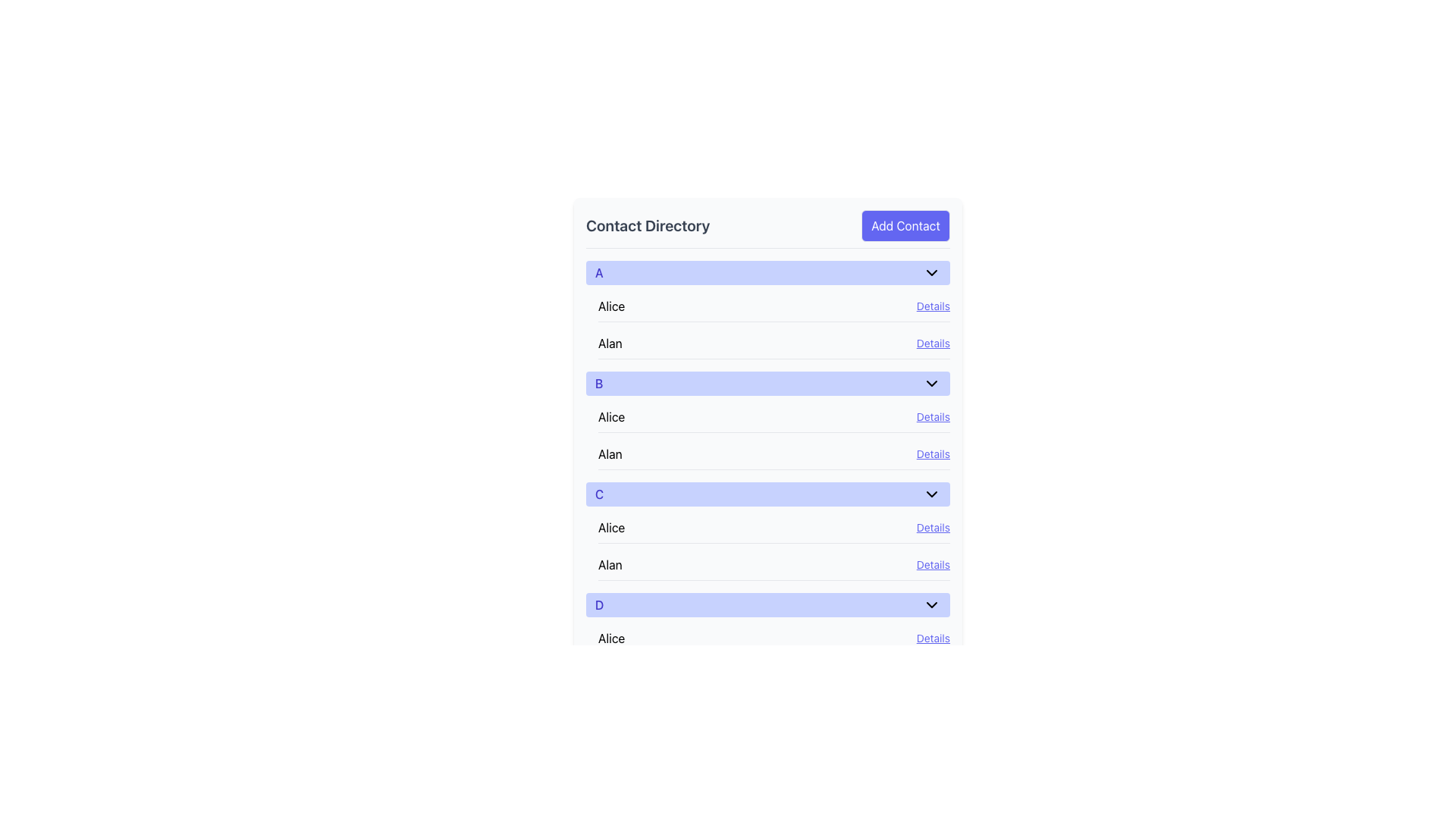 The height and width of the screenshot is (819, 1456). What do you see at coordinates (767, 642) in the screenshot?
I see `the 'Details' hyperlink for the contact 'Alice' in the 'Contact Directory', section 'D', to observe any hover effects` at bounding box center [767, 642].